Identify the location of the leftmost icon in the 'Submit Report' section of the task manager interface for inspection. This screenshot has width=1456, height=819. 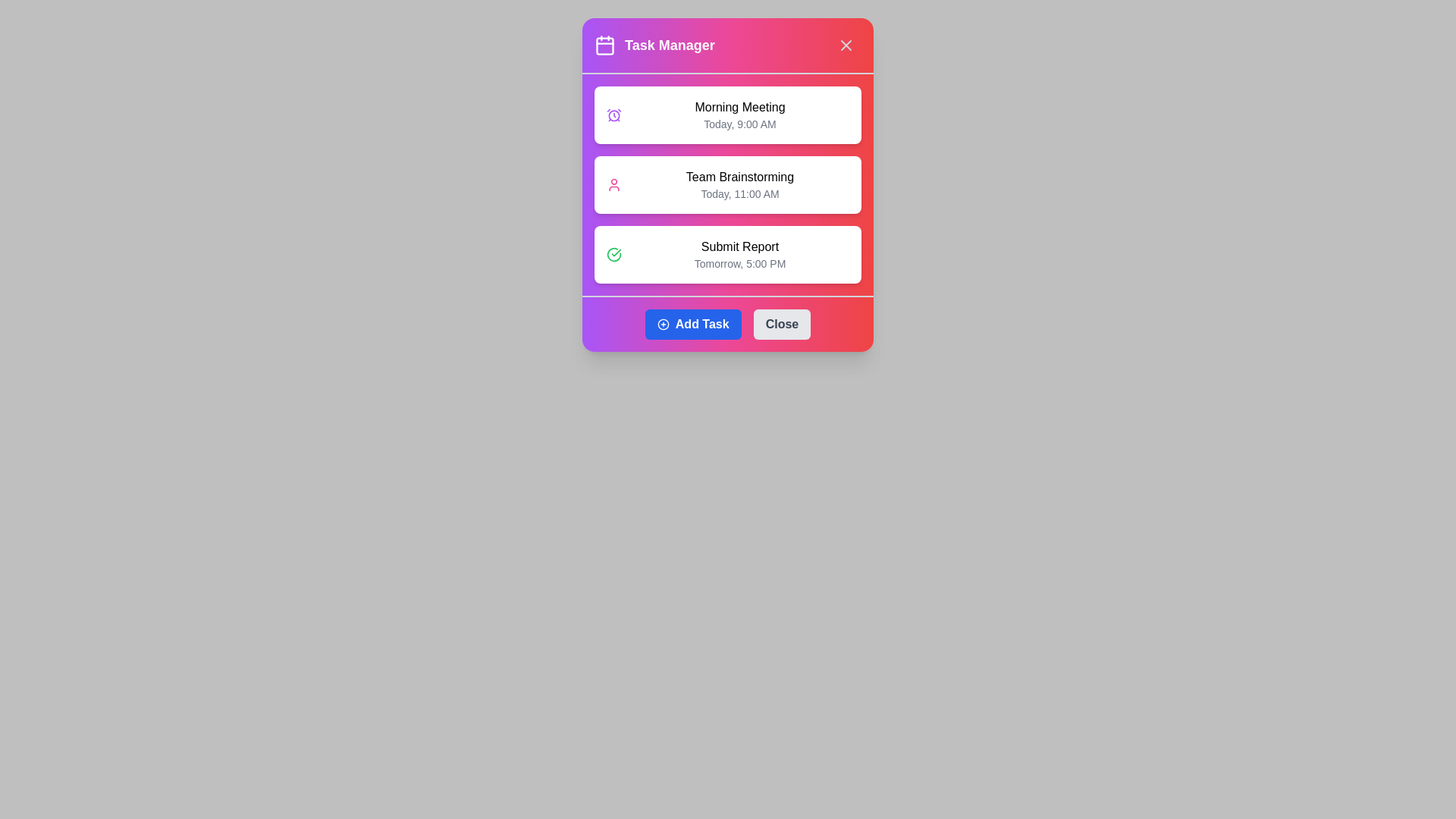
(614, 253).